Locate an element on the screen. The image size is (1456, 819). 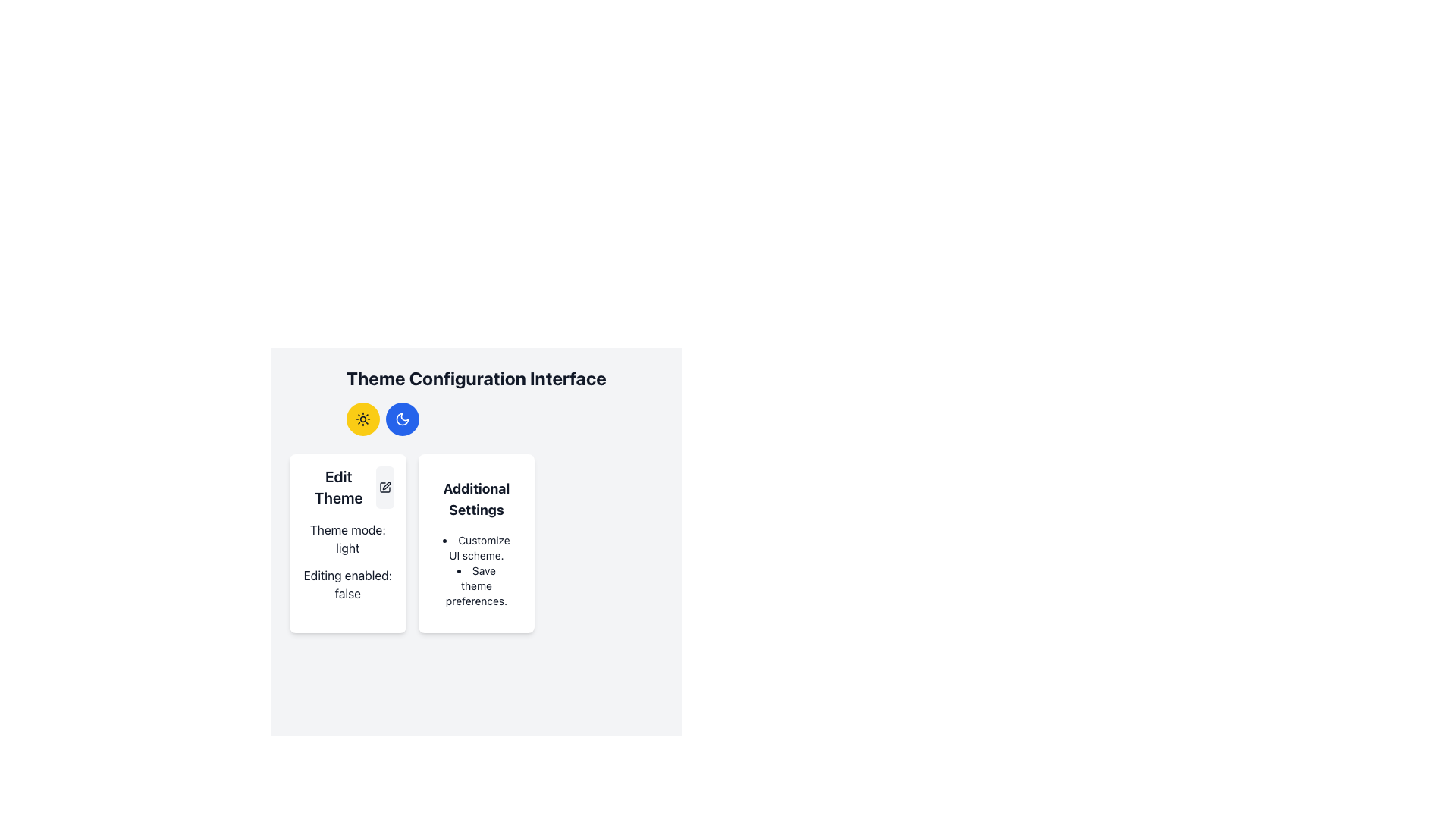
the text element that labels the 'UI scheme' customization, which is the first item in the Additional Settings section, positioned in the upper part of the right card next to the Edit Theme card is located at coordinates (475, 548).